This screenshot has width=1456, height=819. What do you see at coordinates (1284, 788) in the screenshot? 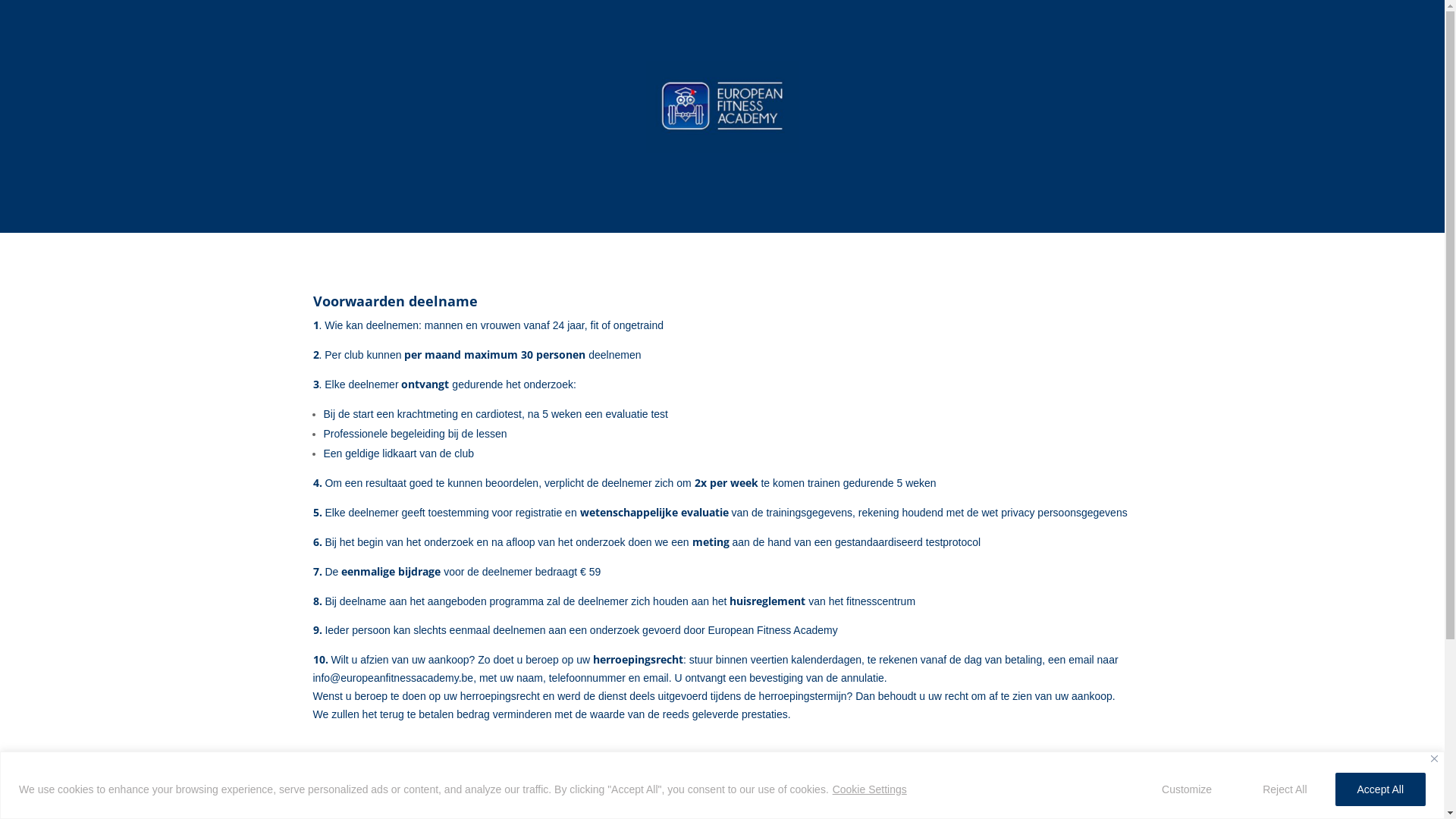
I see `'Reject All'` at bounding box center [1284, 788].